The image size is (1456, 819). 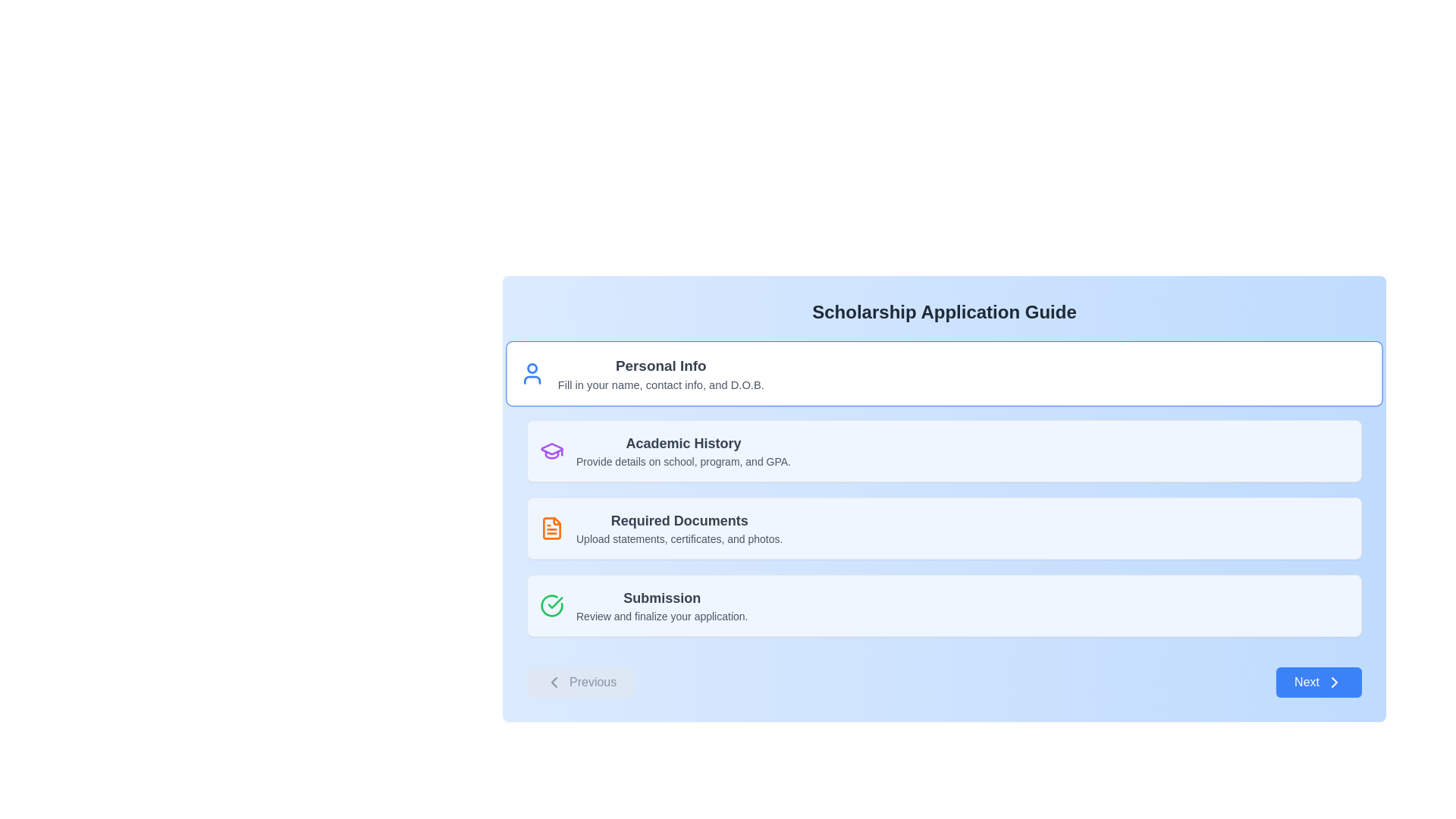 I want to click on the 'Personal Info' label, which is a bold title with a subtitle in a rectangular card layout, so click(x=661, y=374).